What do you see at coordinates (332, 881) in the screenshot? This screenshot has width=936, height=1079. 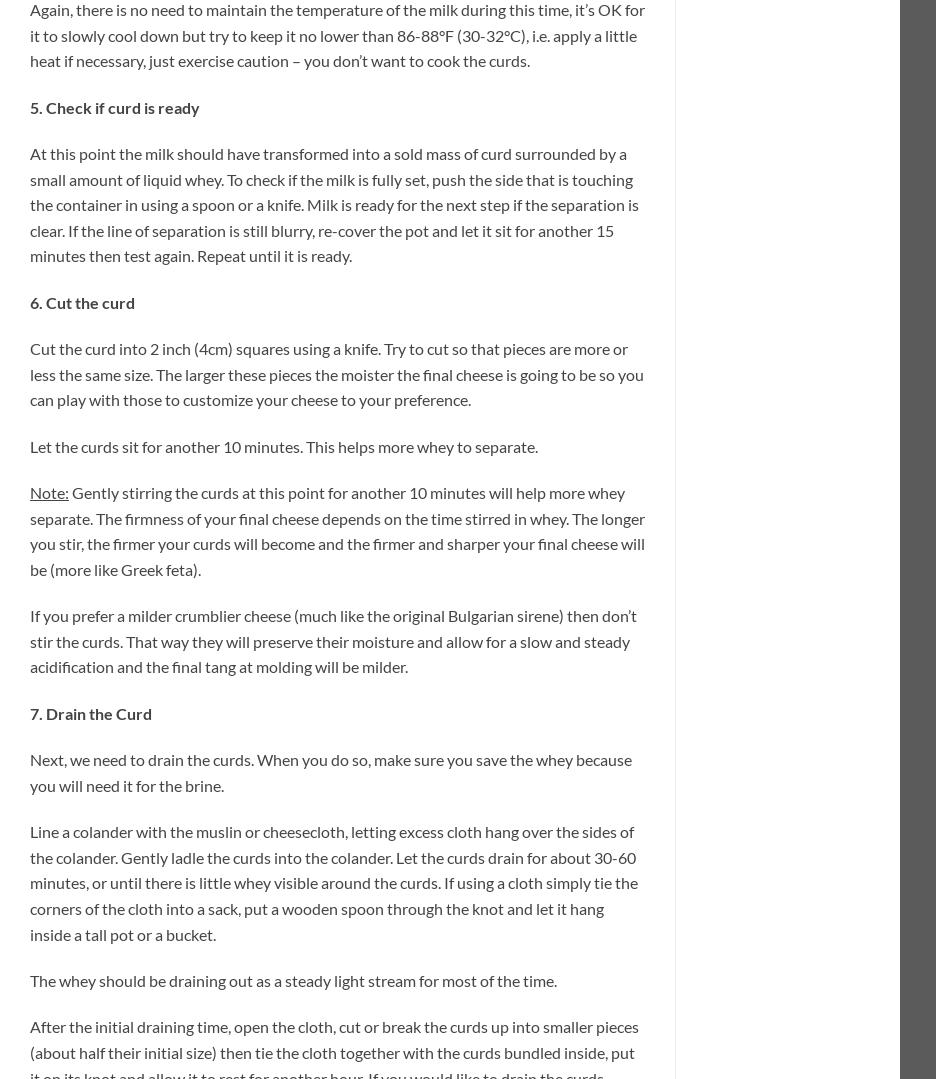 I see `'Line a colander with the muslin or cheesecloth, letting excess cloth hang over the sides of the colander. Gently ladle the curds into the colander. Let the curds drain for about 30-60 minutes, or until there is little whey visible around the curds. If using a cloth simply tie the corners of the cloth into a sack, put a wooden spoon through the knot and let it hang inside a tall pot or a bucket.'` at bounding box center [332, 881].